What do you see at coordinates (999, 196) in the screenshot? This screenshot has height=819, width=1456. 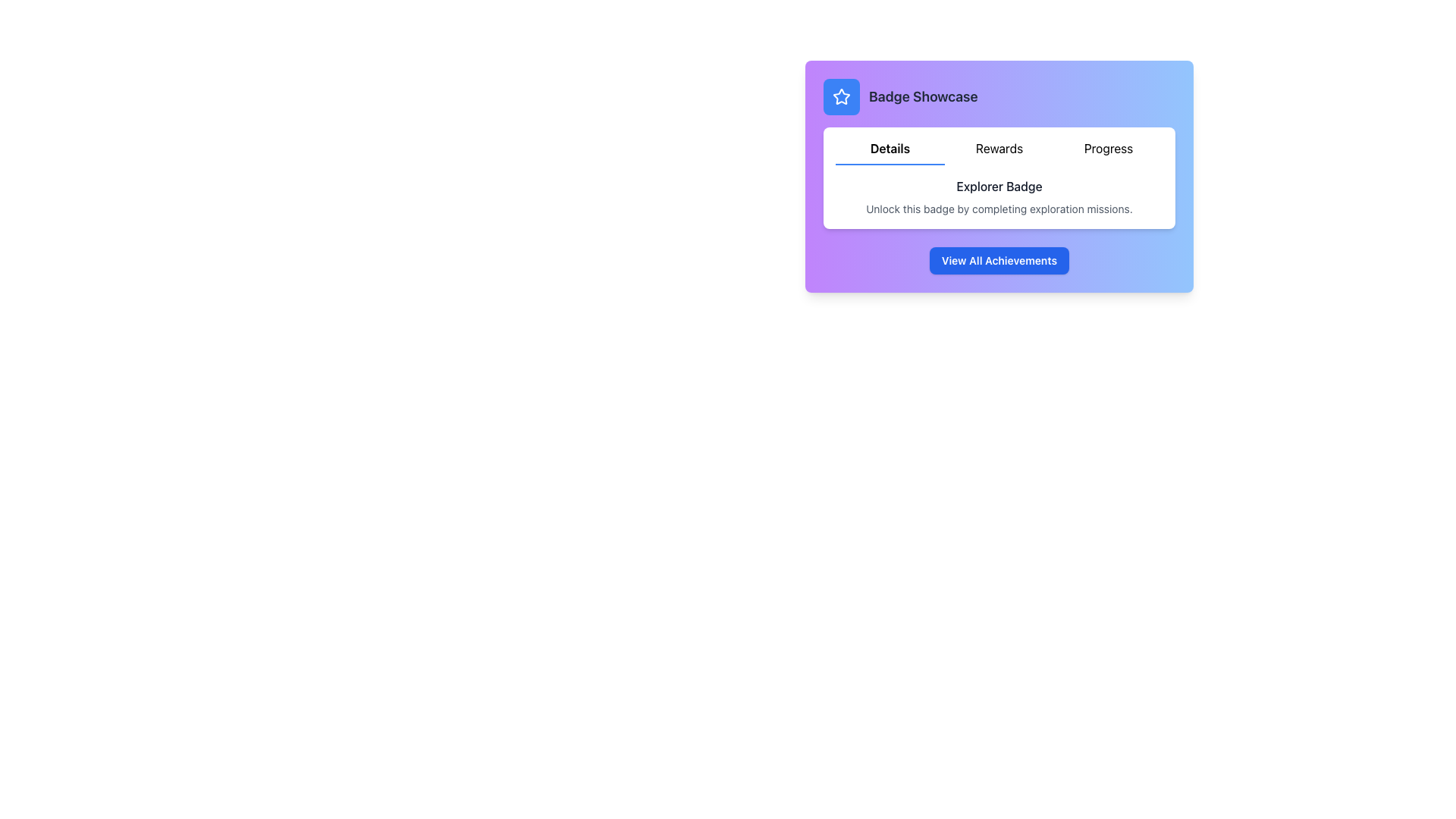 I see `the Text-based informational block that describes the 'Explorer Badge' located beneath the 'Details' tab` at bounding box center [999, 196].